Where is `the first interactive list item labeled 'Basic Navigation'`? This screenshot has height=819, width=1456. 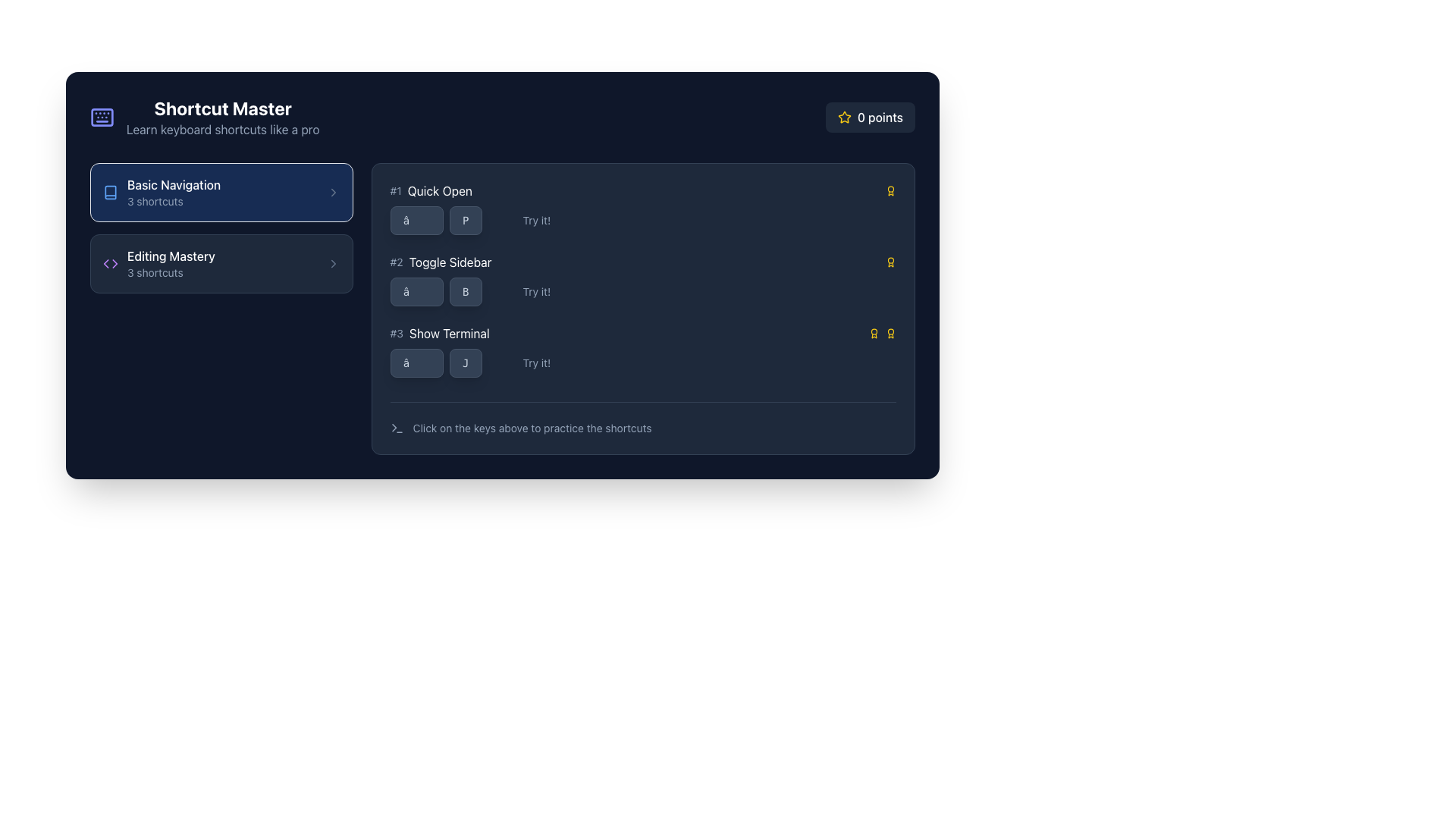
the first interactive list item labeled 'Basic Navigation' is located at coordinates (221, 192).